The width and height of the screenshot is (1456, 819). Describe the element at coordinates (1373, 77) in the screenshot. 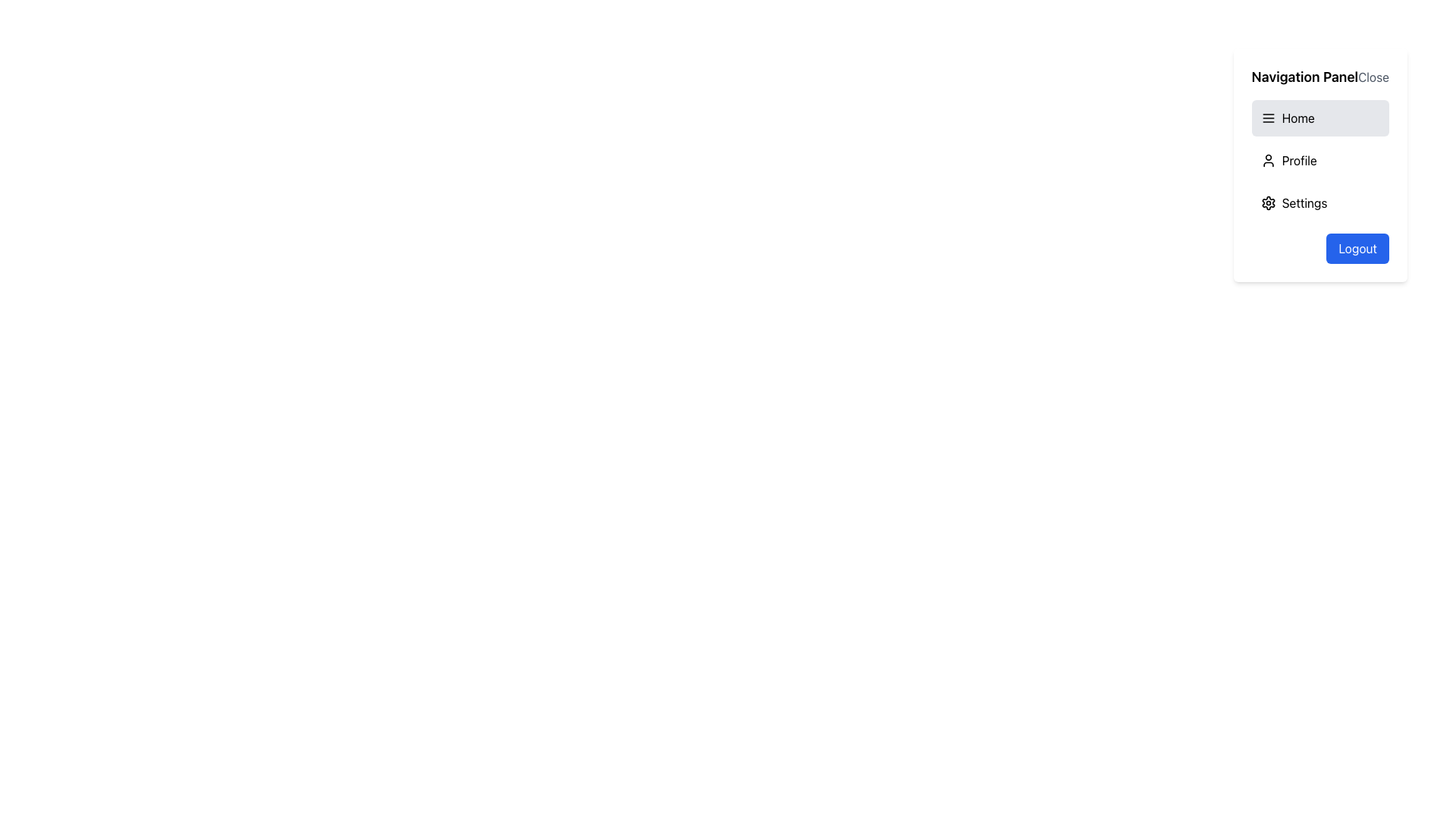

I see `the close button located at the top-right of the 'Navigation Panel'` at that location.